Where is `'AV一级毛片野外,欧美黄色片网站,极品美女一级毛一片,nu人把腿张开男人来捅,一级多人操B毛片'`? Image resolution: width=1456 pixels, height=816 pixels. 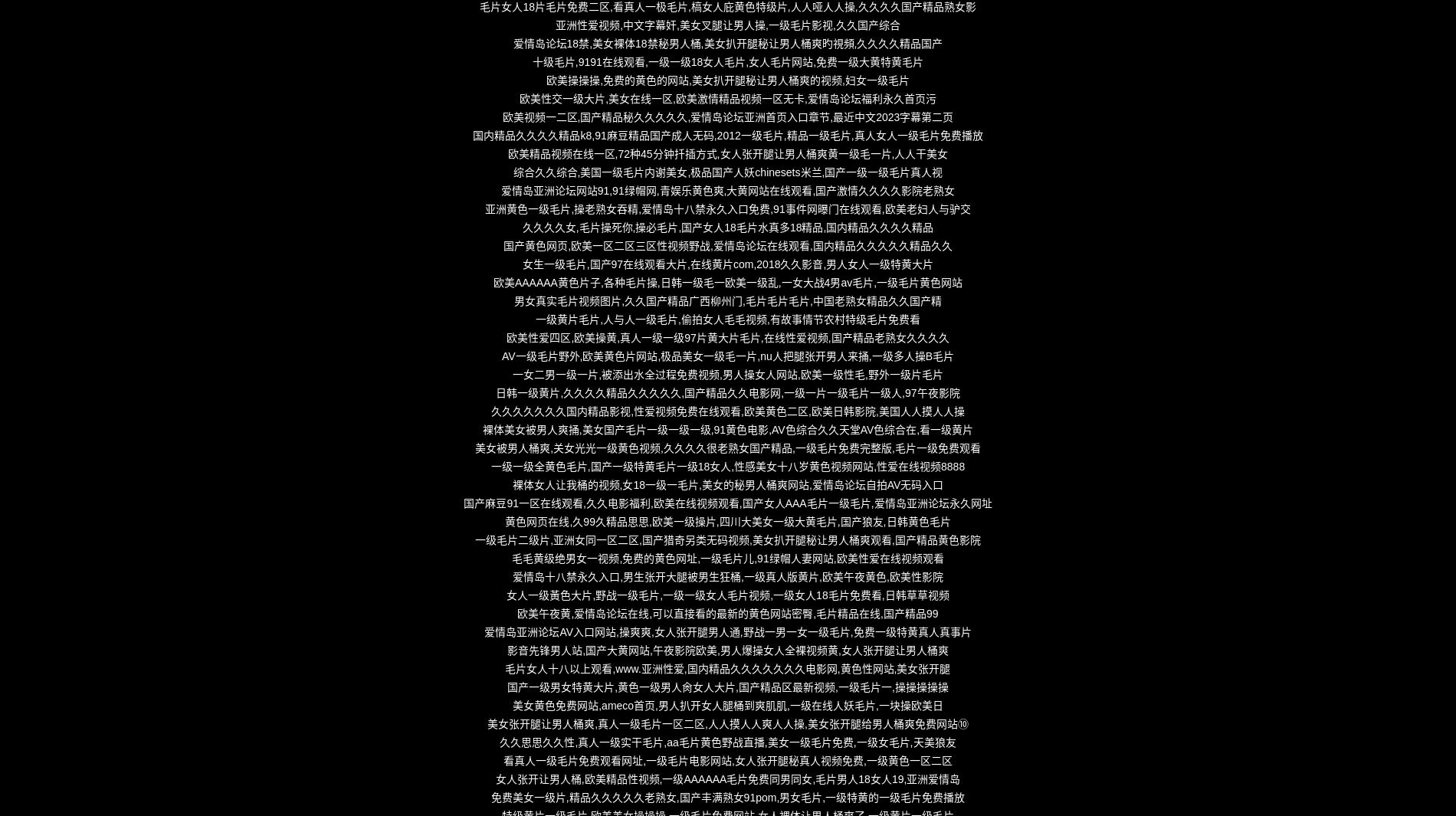 'AV一级毛片野外,欧美黄色片网站,极品美女一级毛一片,nu人把腿张开男人来捅,一级多人操B毛片' is located at coordinates (726, 355).